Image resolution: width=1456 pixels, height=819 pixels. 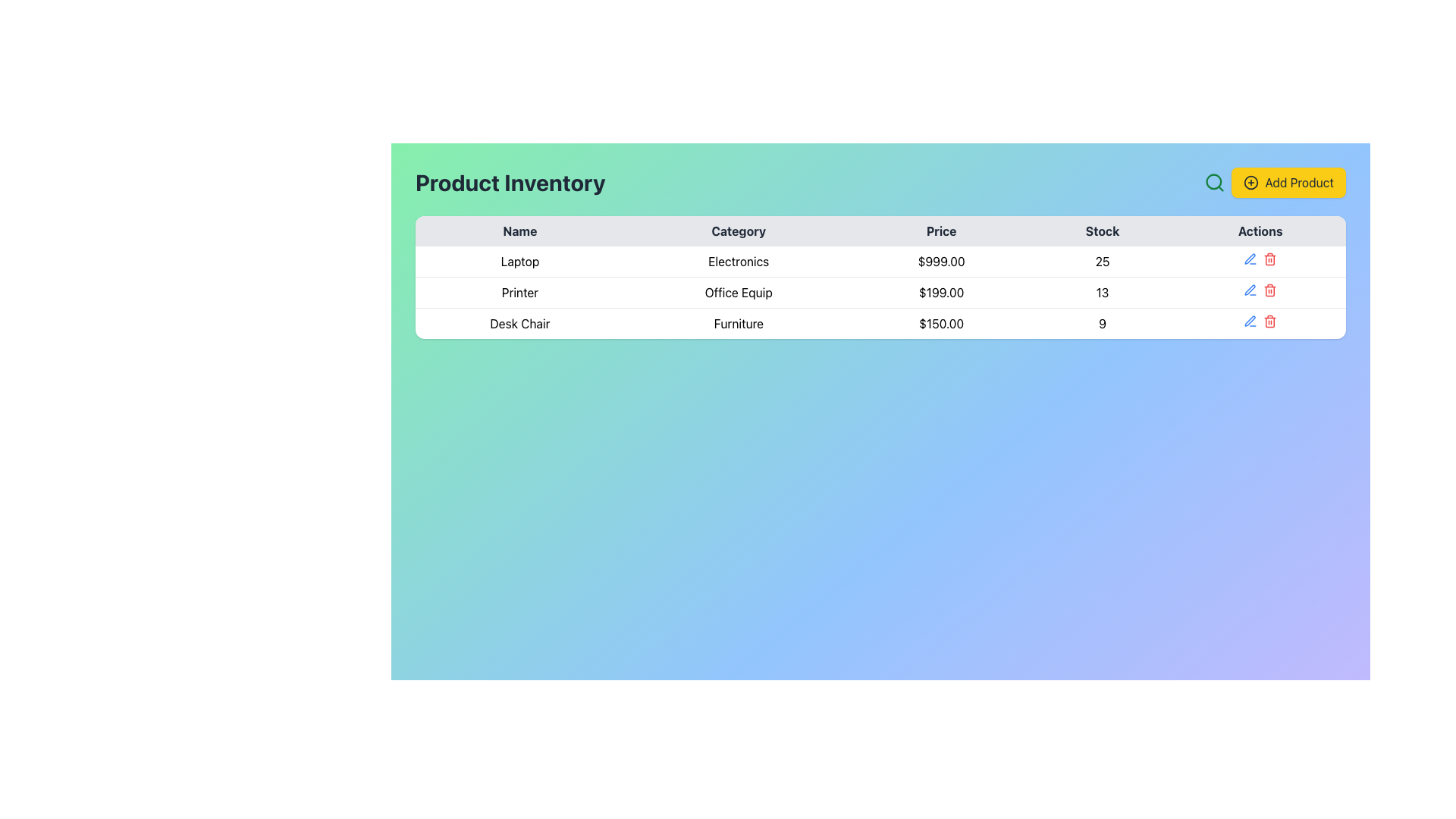 What do you see at coordinates (1215, 181) in the screenshot?
I see `the magnifying glass icon, which symbolizes a search function and is located in the top-right section of the interface, adjacent to the 'Add Product' button` at bounding box center [1215, 181].